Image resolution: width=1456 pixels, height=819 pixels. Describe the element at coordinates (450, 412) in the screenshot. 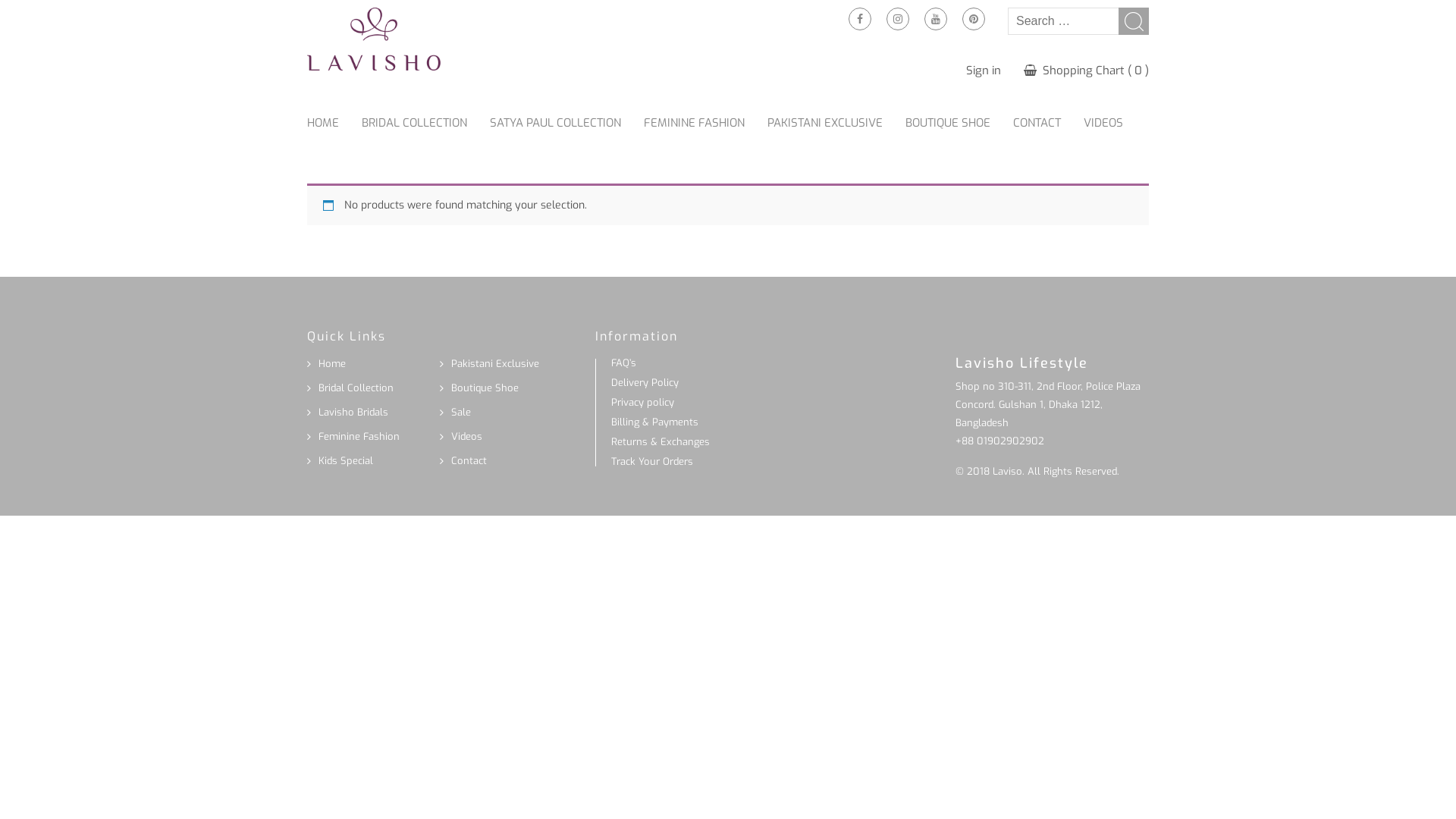

I see `'Sale'` at that location.